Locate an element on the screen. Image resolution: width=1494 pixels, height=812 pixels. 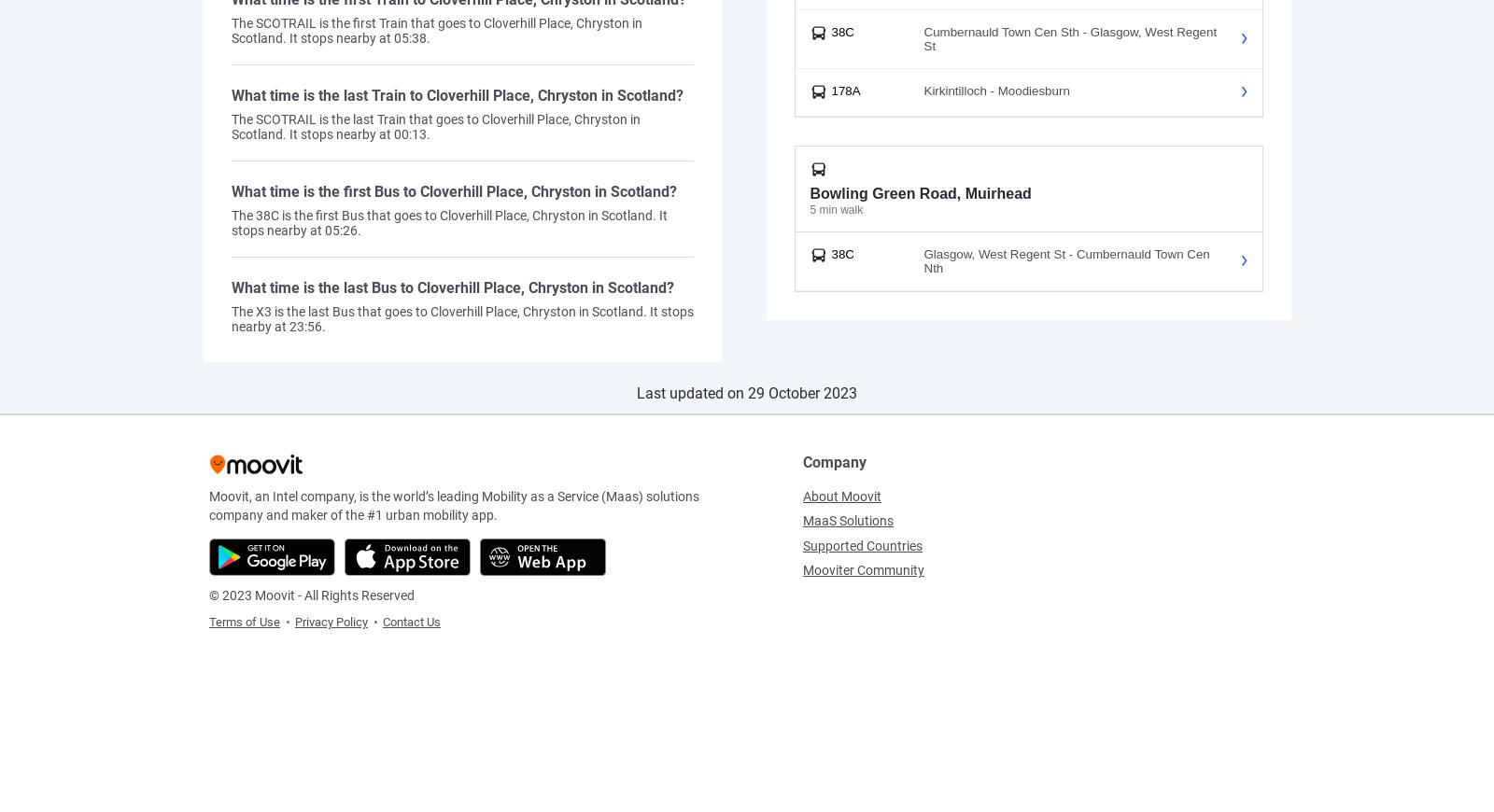
'5 min walk' is located at coordinates (835, 209).